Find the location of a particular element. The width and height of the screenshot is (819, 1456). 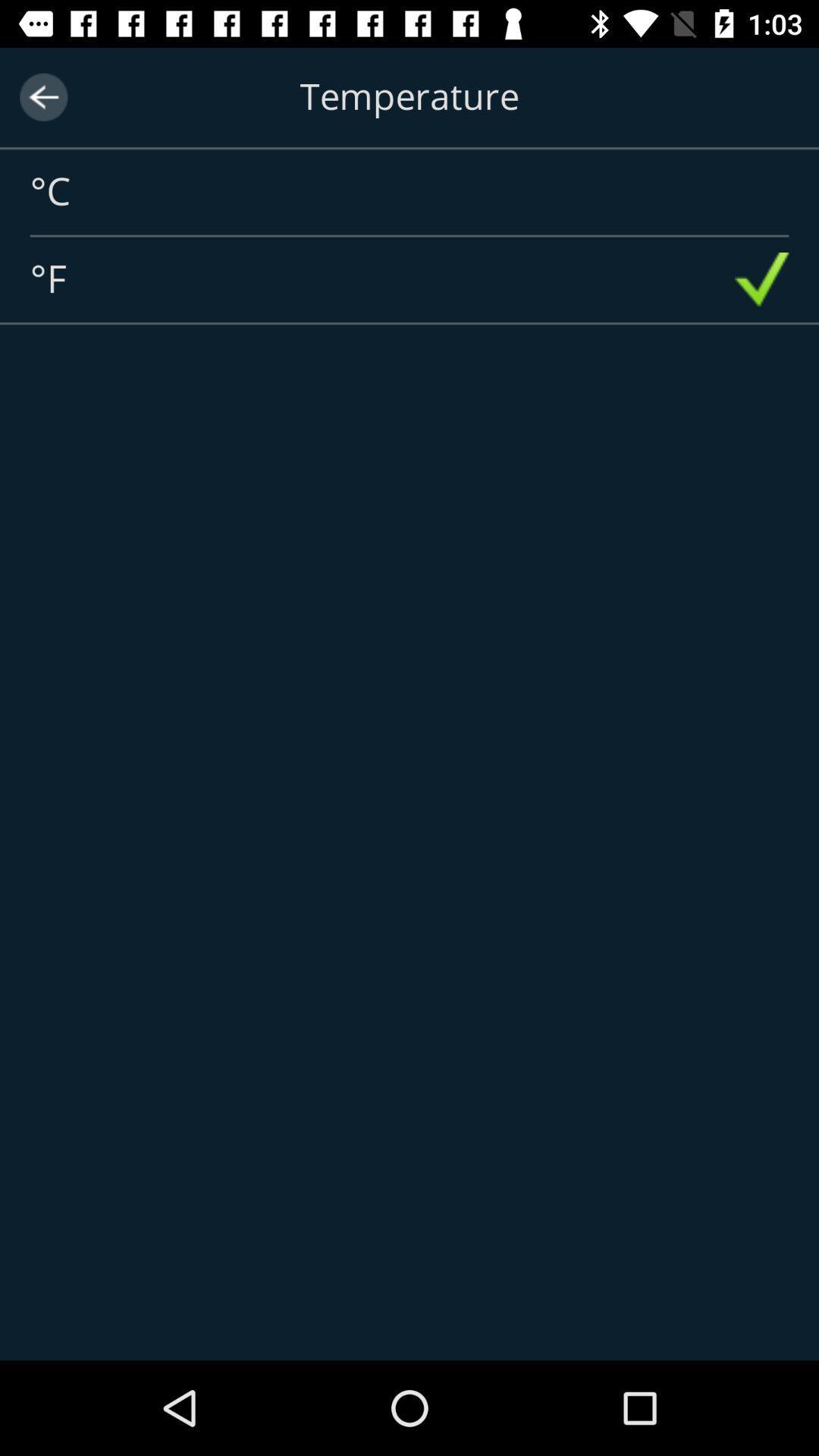

the arrow_backward icon is located at coordinates (42, 96).